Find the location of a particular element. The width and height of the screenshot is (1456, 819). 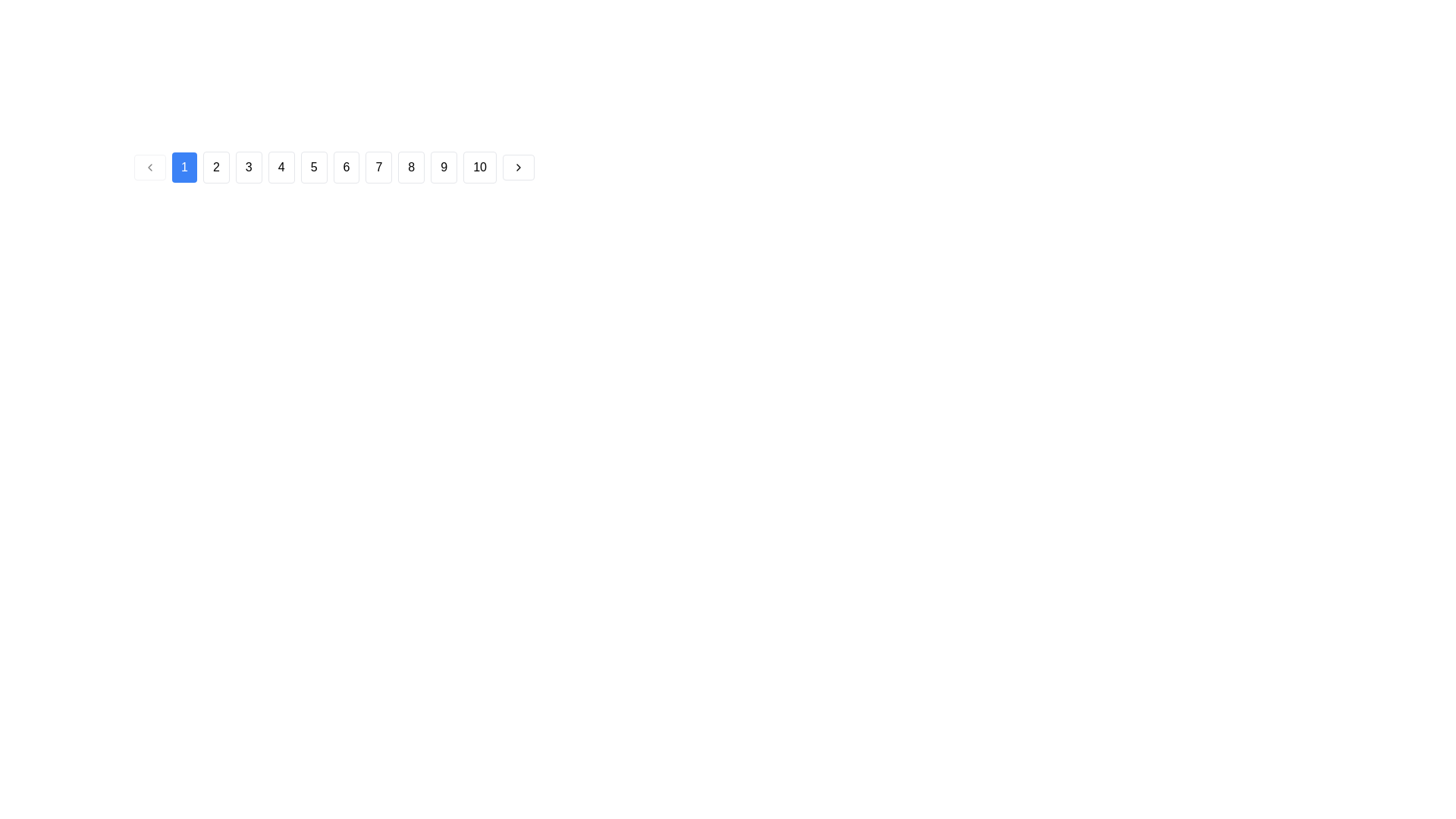

the seventh button in the pagination control is located at coordinates (378, 167).